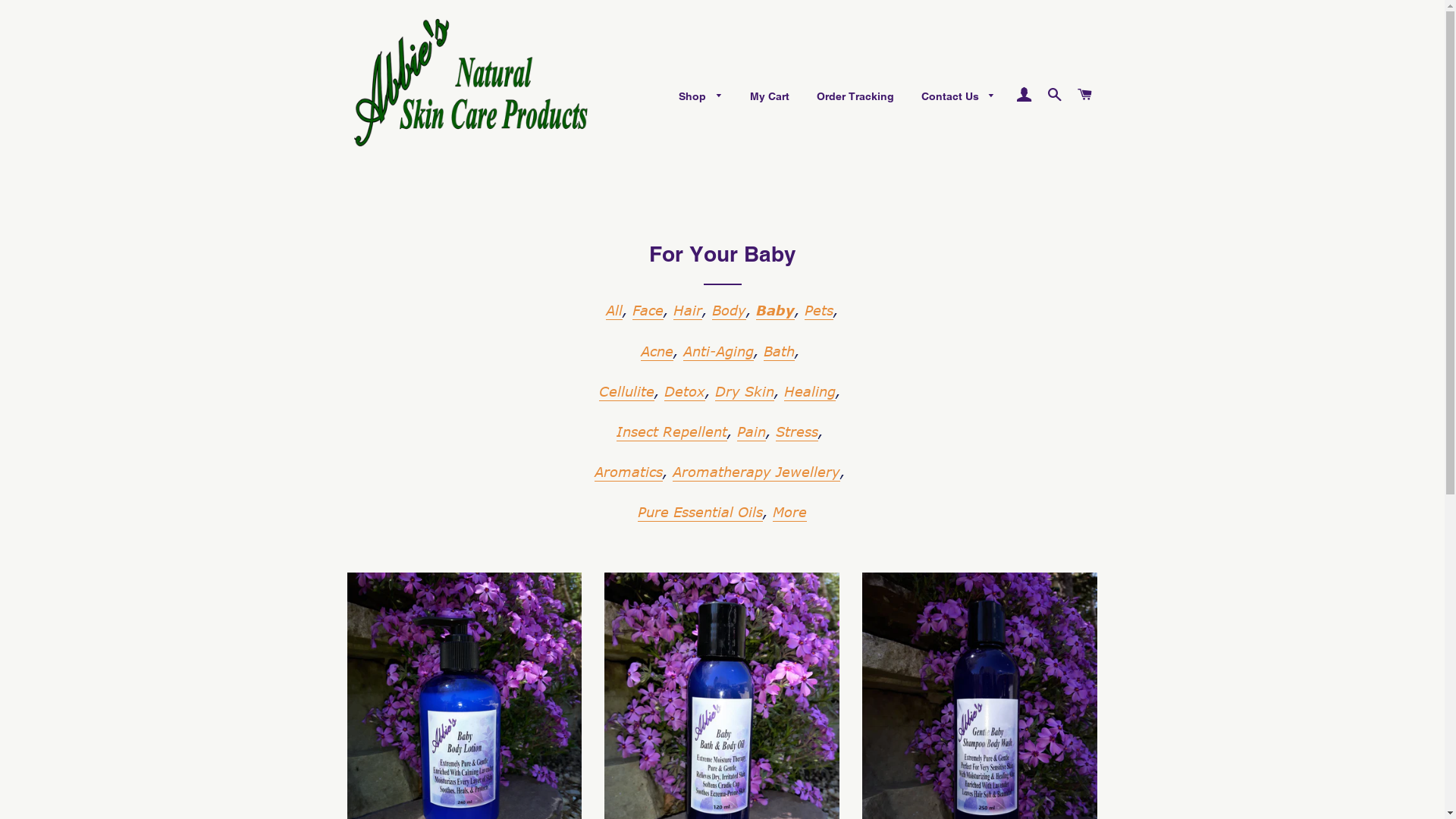 The width and height of the screenshot is (1456, 819). Describe the element at coordinates (717, 351) in the screenshot. I see `'Anti-Aging'` at that location.